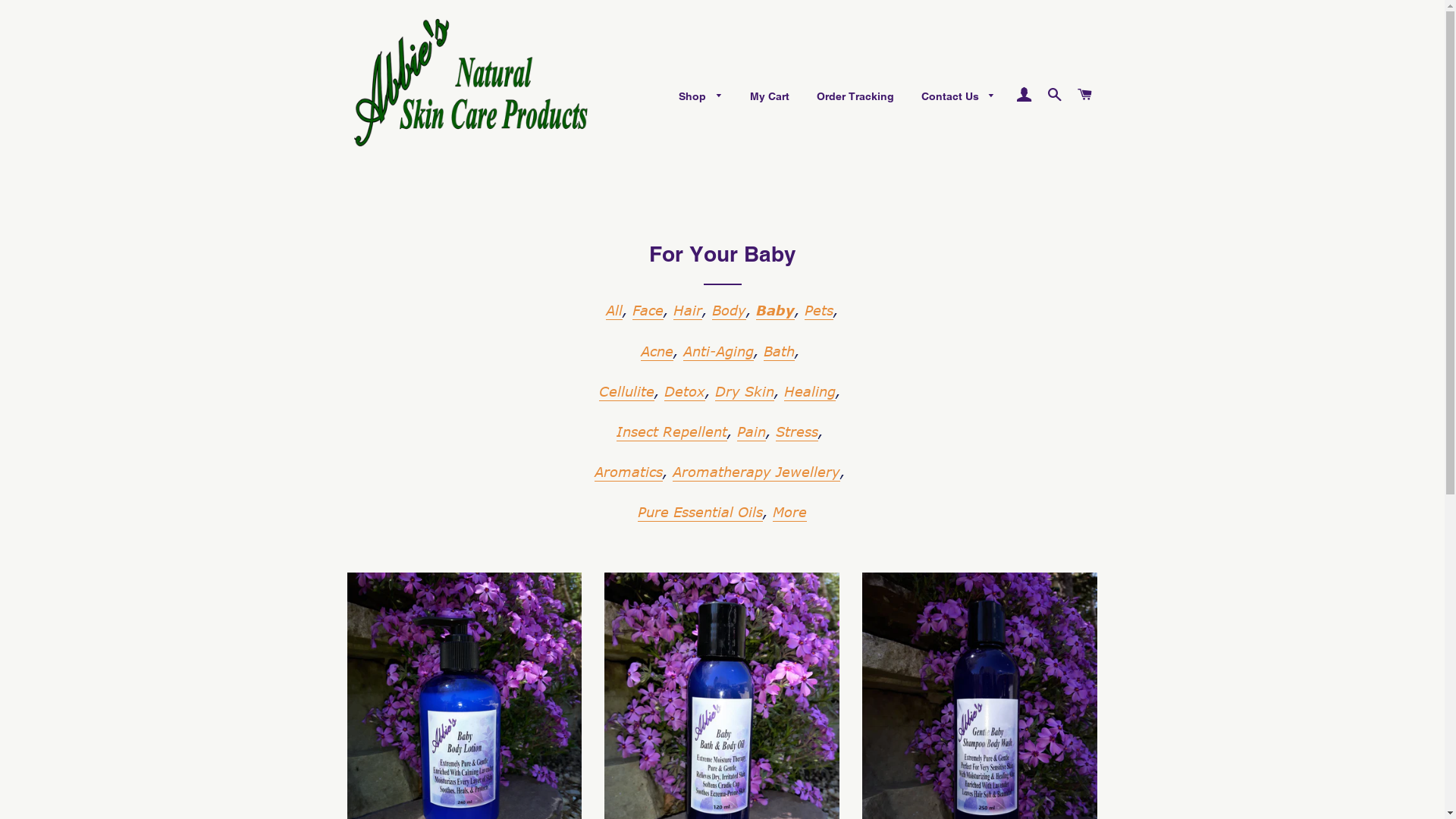 The width and height of the screenshot is (1456, 819). Describe the element at coordinates (717, 351) in the screenshot. I see `'Anti-Aging'` at that location.